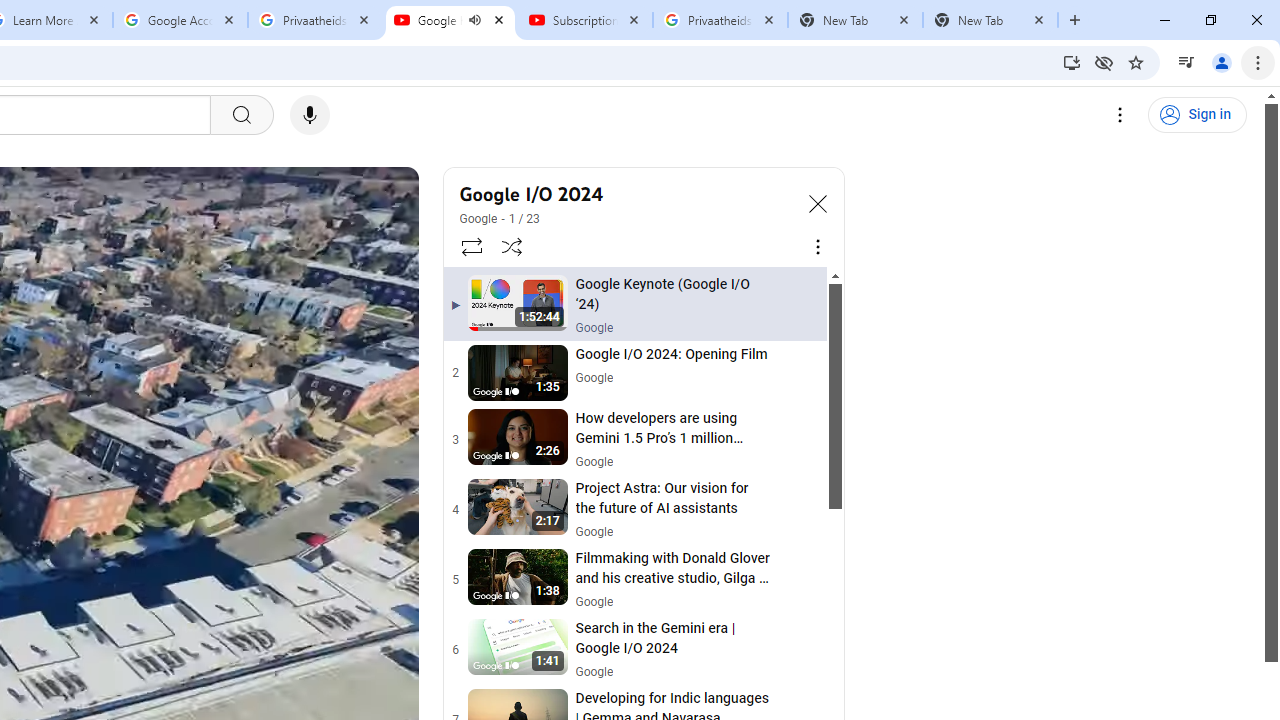  Describe the element at coordinates (990, 20) in the screenshot. I see `'New Tab'` at that location.